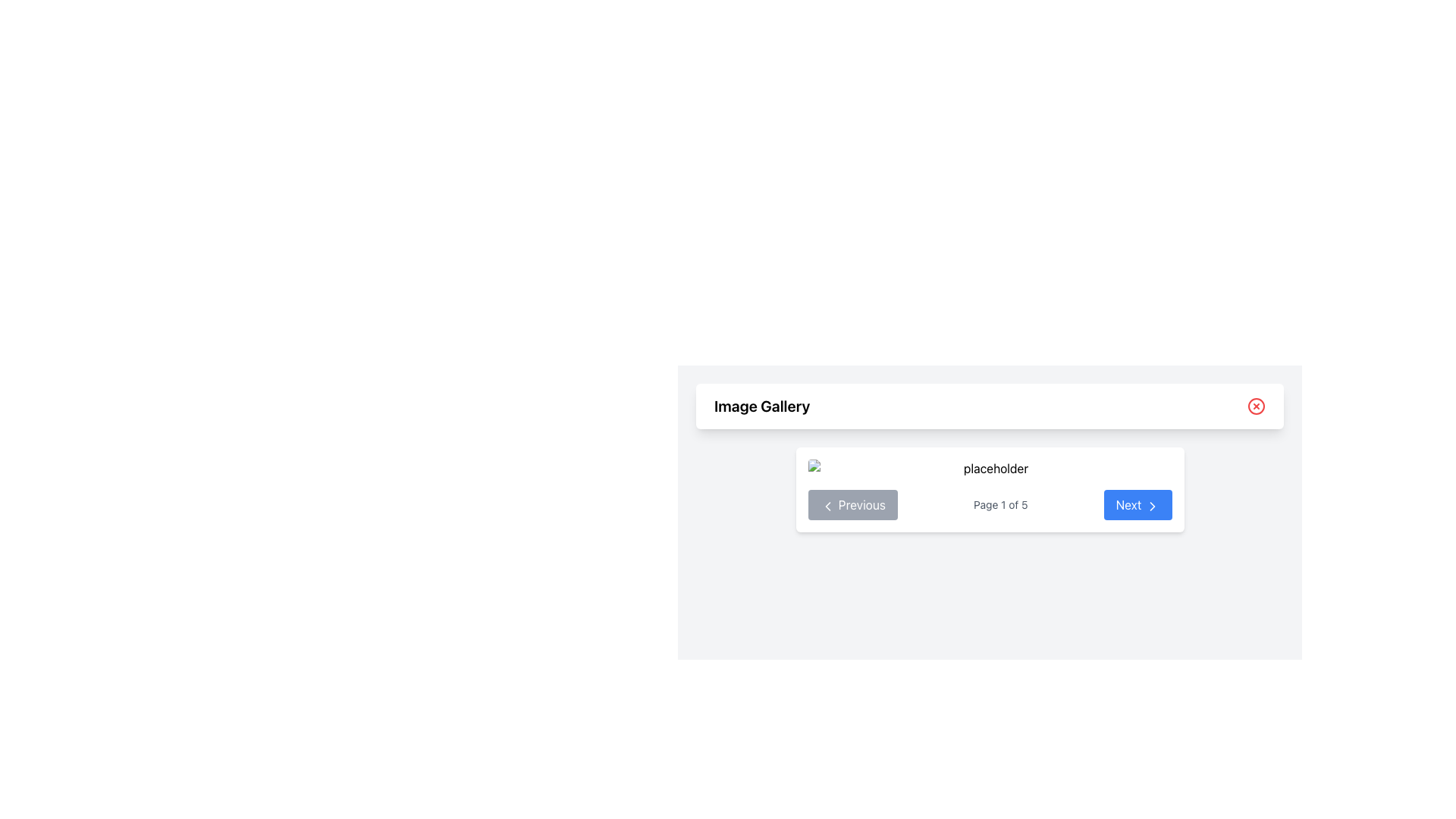 The image size is (1456, 819). Describe the element at coordinates (852, 505) in the screenshot. I see `the navigational button located in the bottom-left corner of the navigation bar` at that location.